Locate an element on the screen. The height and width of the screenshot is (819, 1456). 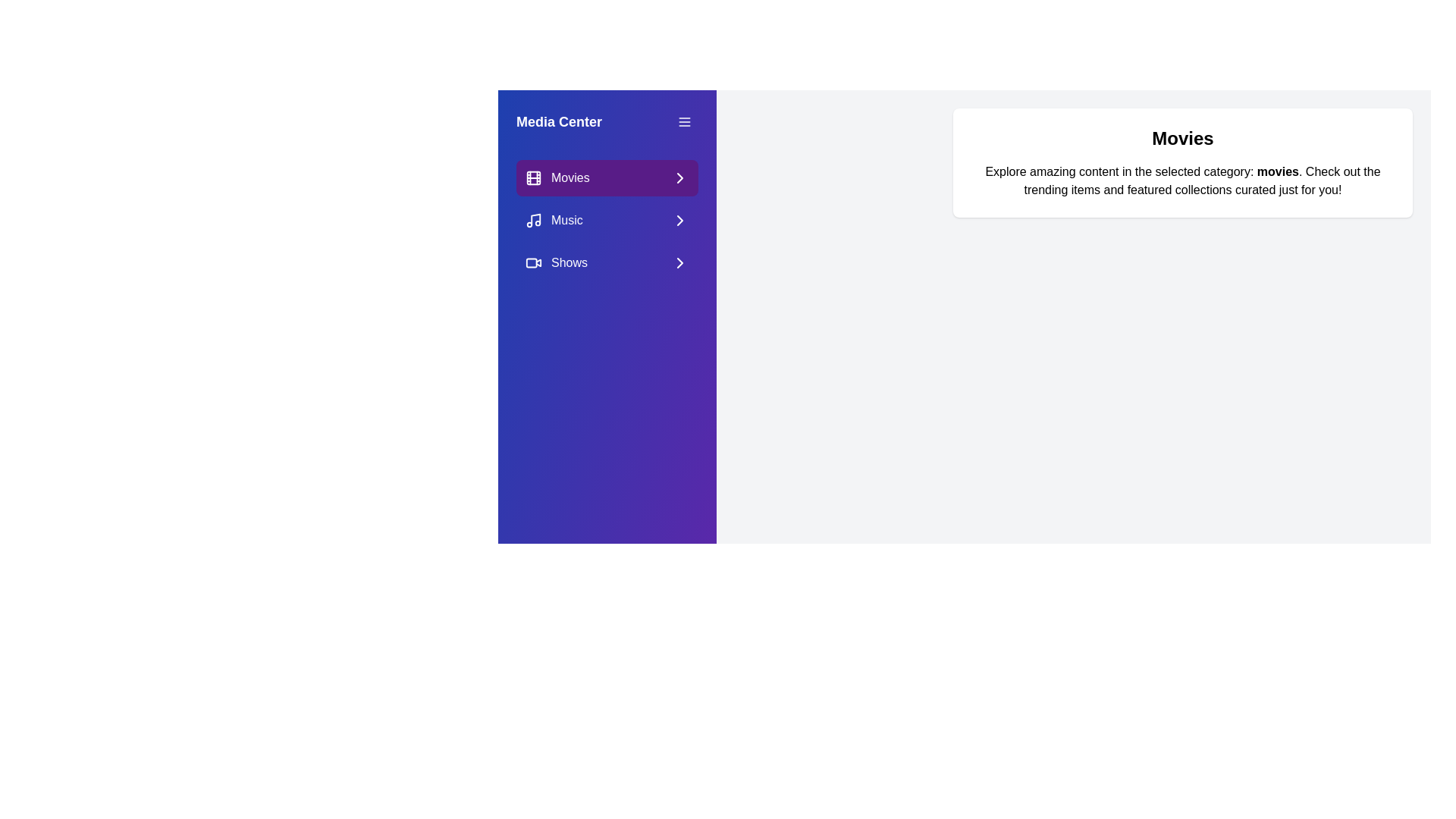
the SVG graphic representing the video symbol is located at coordinates (532, 262).